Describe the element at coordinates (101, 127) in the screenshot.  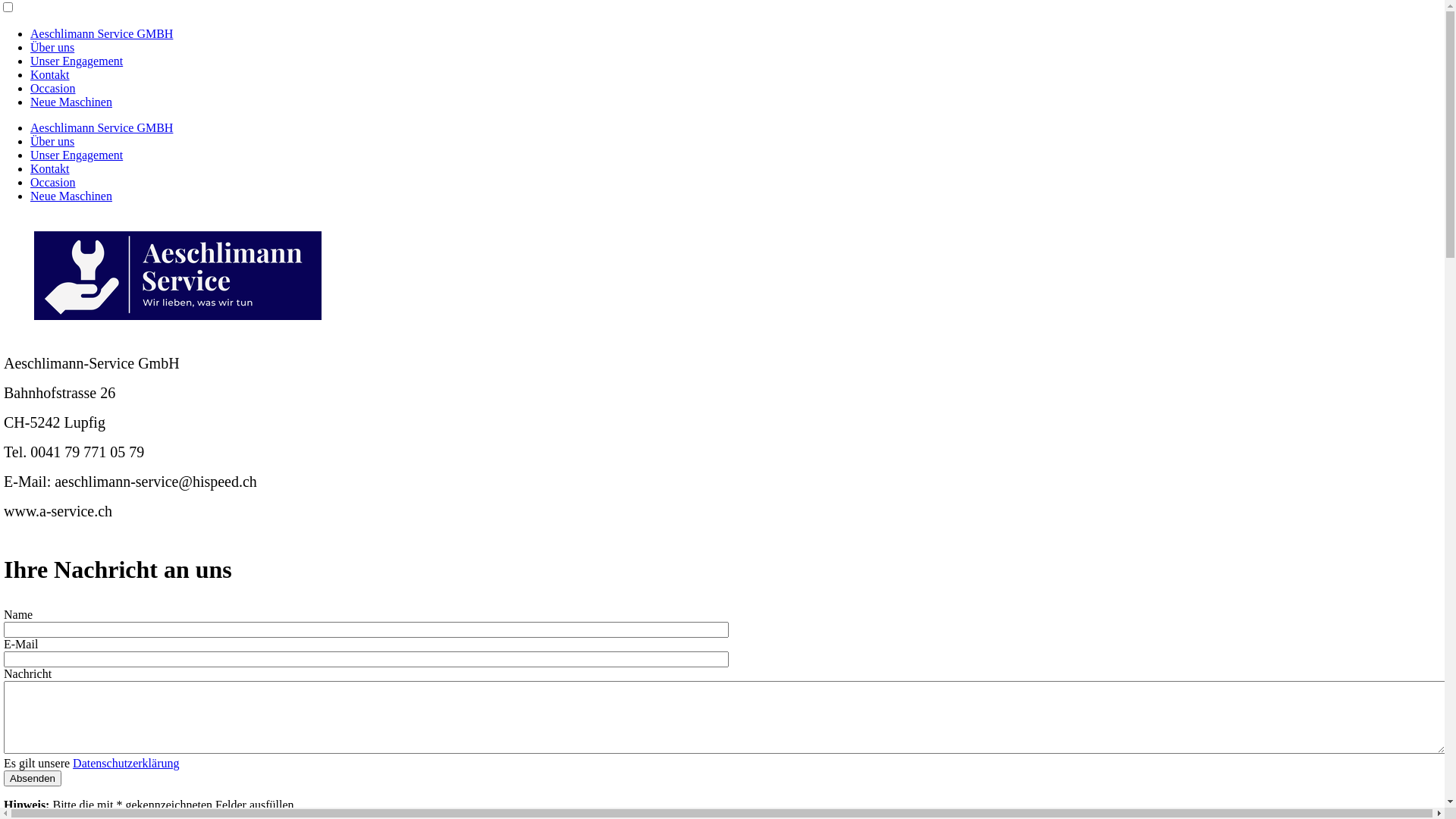
I see `'Aeschlimann Service GMBH'` at that location.